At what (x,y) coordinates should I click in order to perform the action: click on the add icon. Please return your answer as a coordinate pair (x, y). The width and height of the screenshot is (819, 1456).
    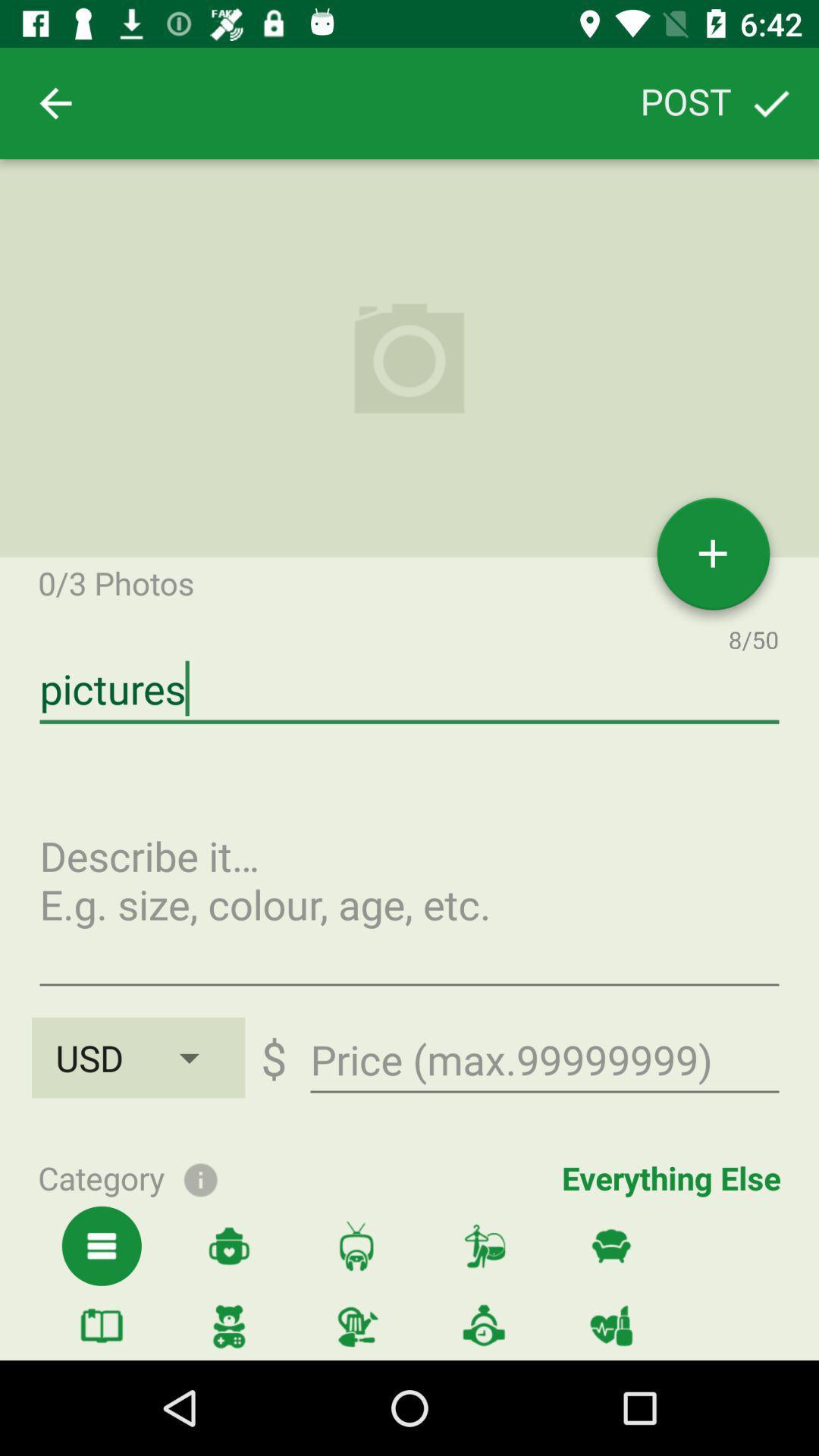
    Looking at the image, I should click on (713, 559).